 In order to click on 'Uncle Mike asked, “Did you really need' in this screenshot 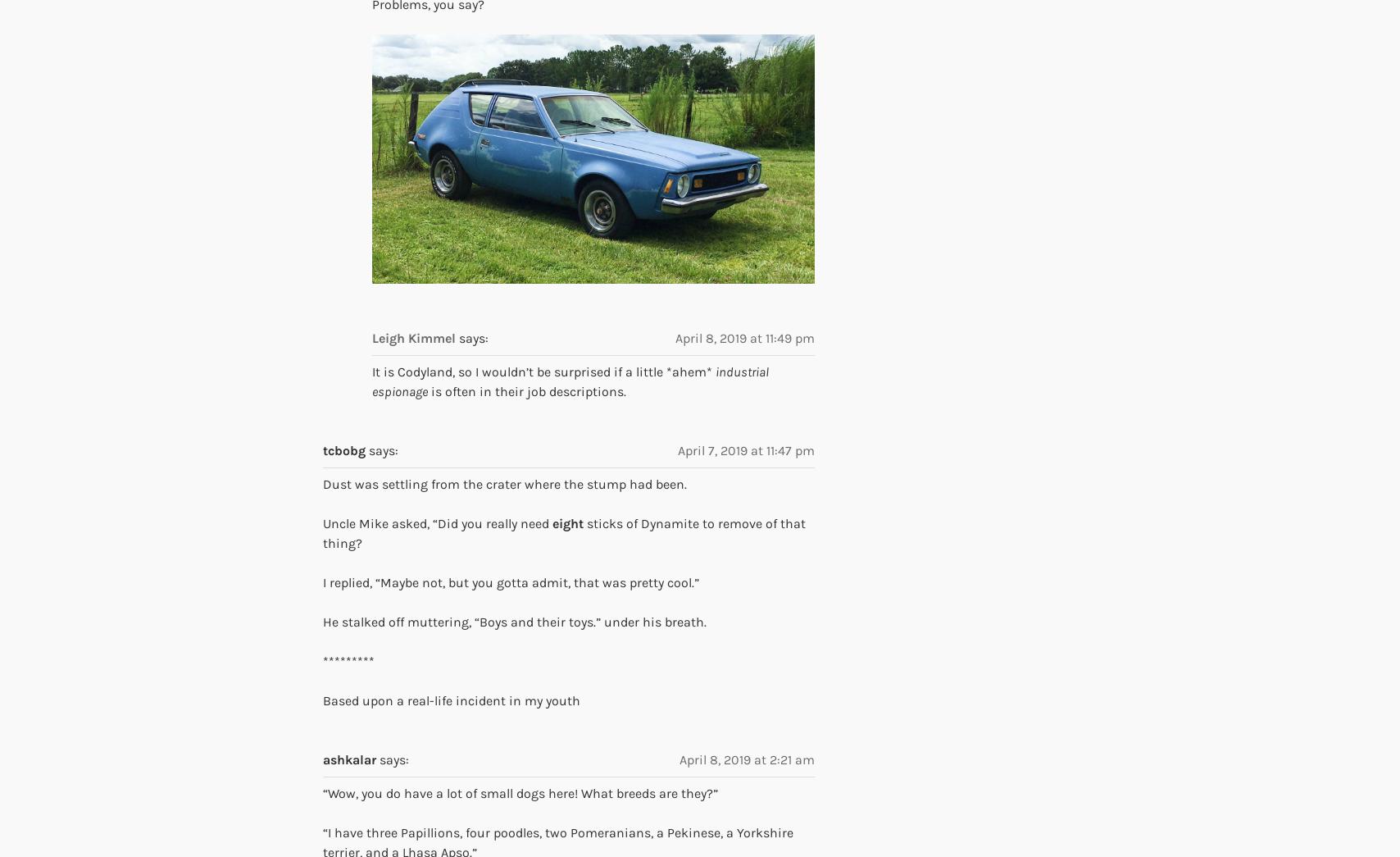, I will do `click(437, 522)`.